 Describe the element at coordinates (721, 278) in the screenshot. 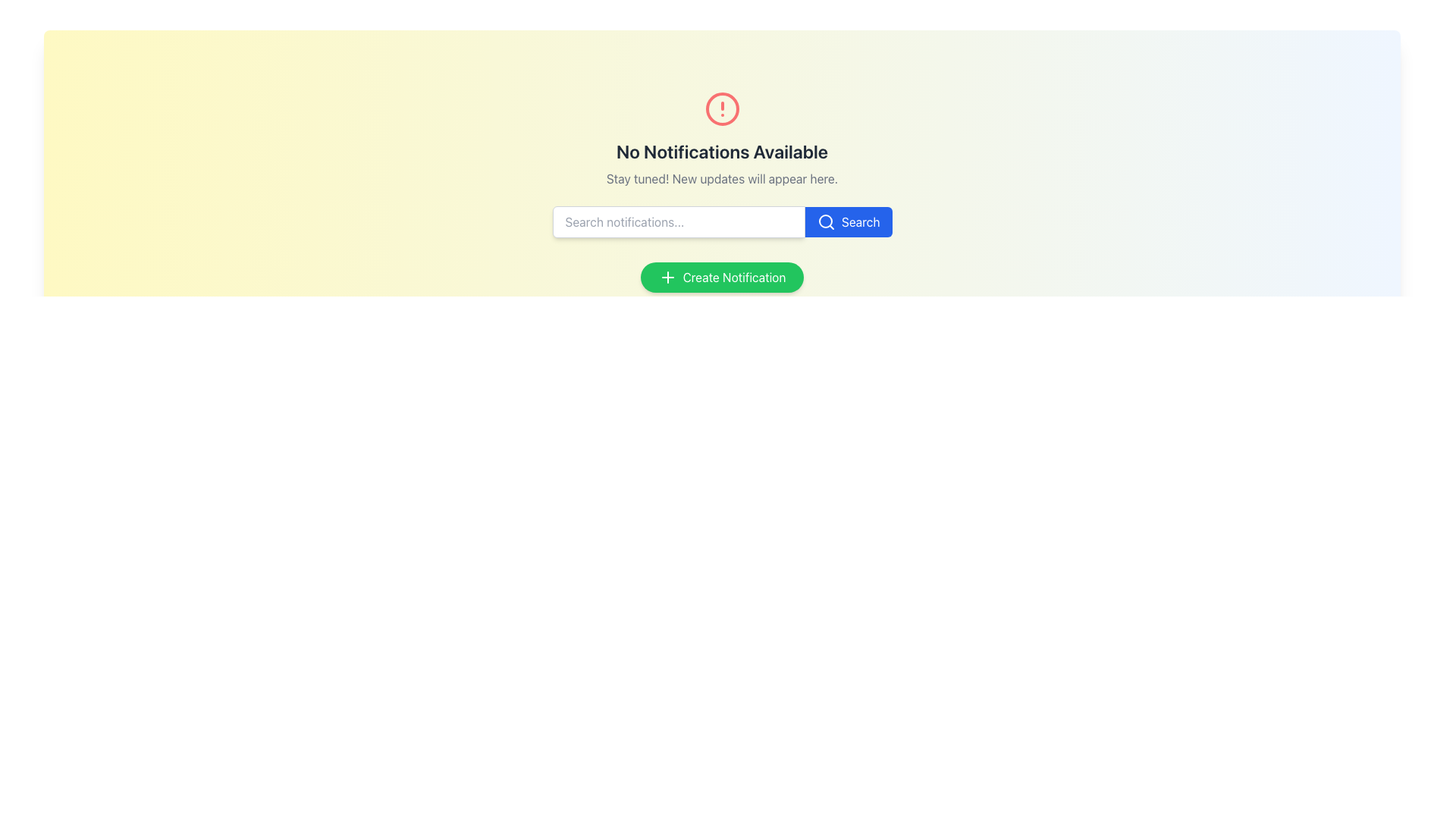

I see `the rounded green button labeled 'Create Notification' with a plus sign icon` at that location.